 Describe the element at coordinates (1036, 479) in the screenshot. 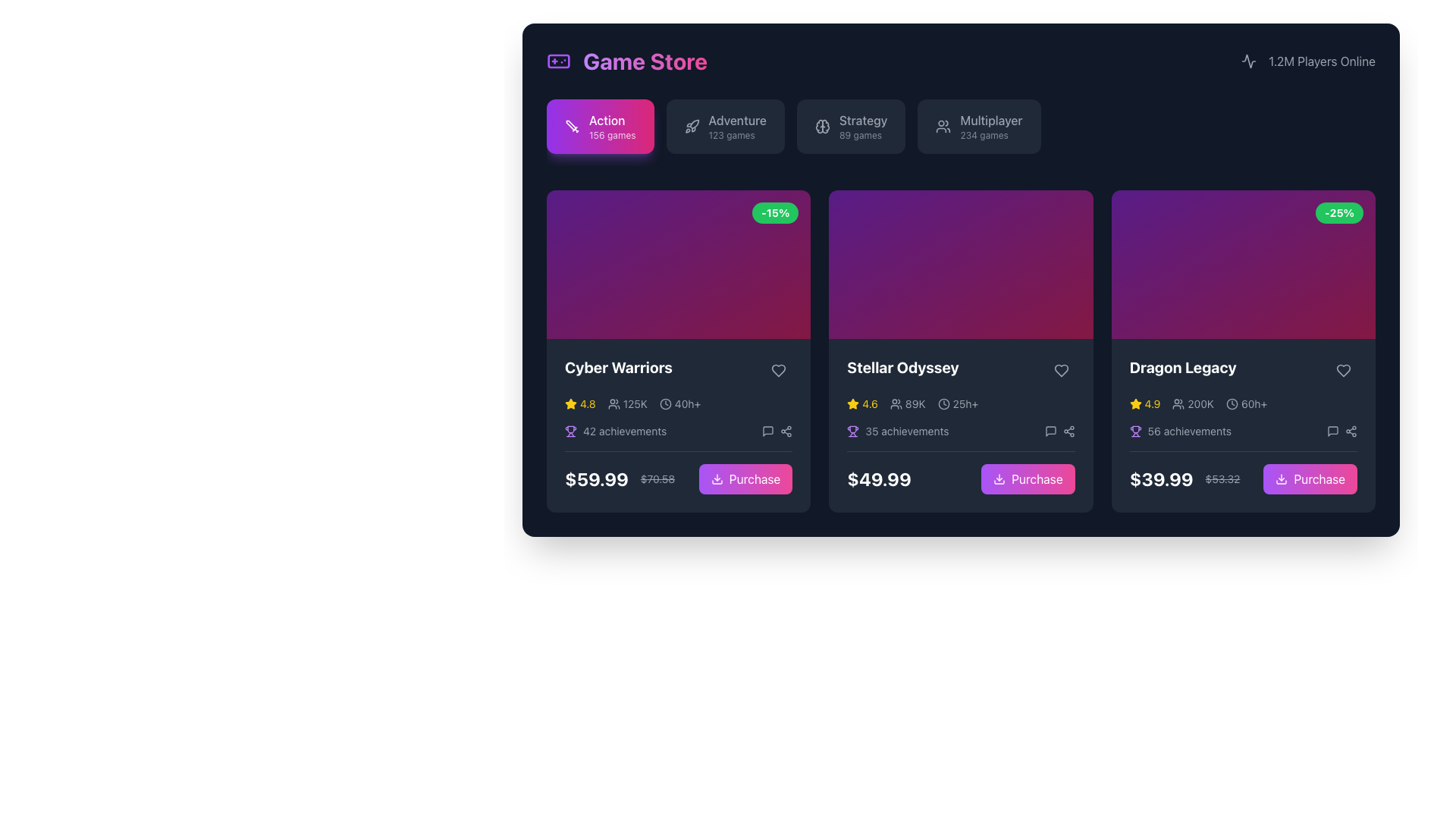

I see `the 'Stellar Odyssey' purchase button located in the footer of the third product card` at that location.